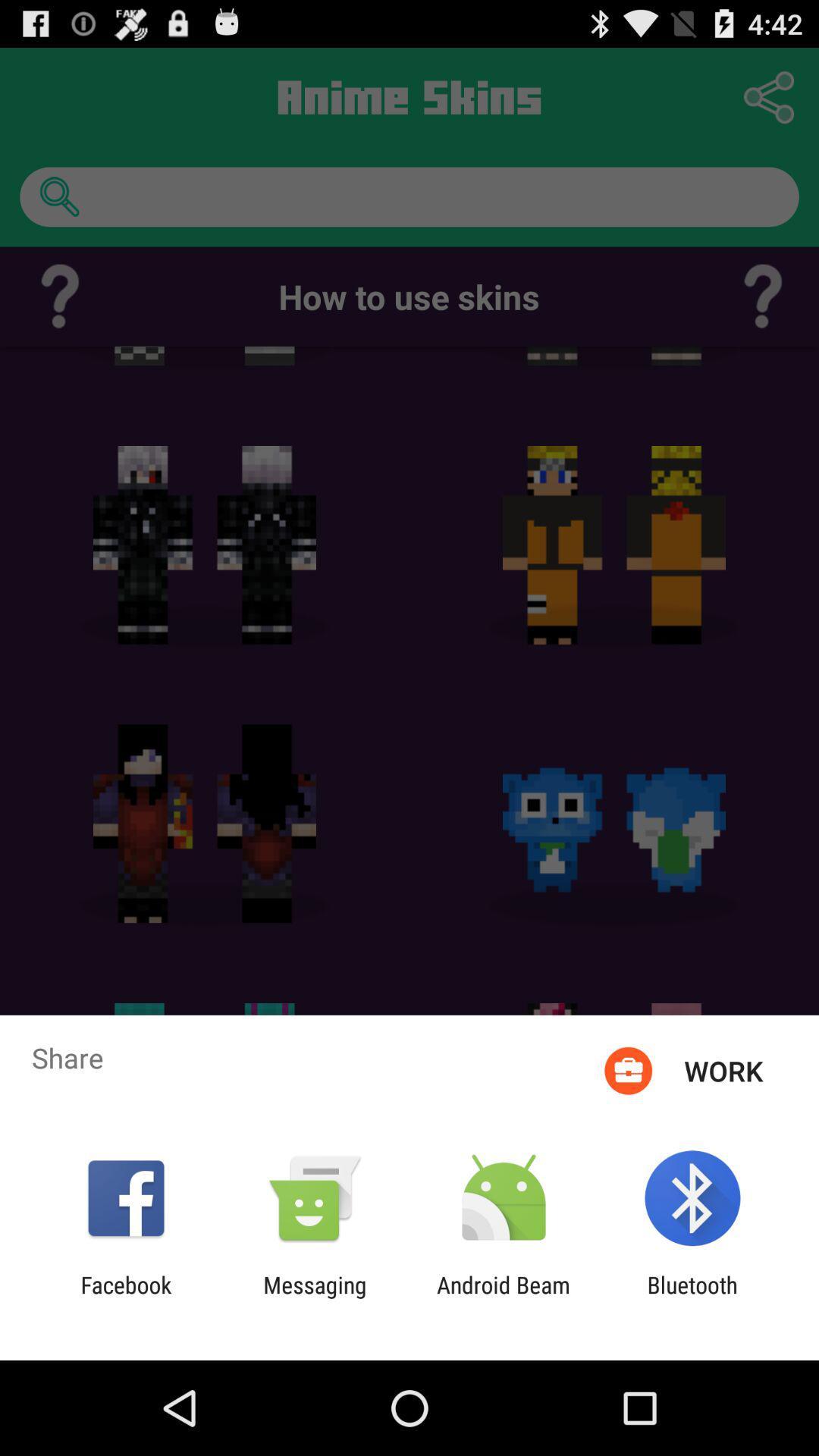 This screenshot has height=1456, width=819. Describe the element at coordinates (504, 1298) in the screenshot. I see `the app next to bluetooth` at that location.